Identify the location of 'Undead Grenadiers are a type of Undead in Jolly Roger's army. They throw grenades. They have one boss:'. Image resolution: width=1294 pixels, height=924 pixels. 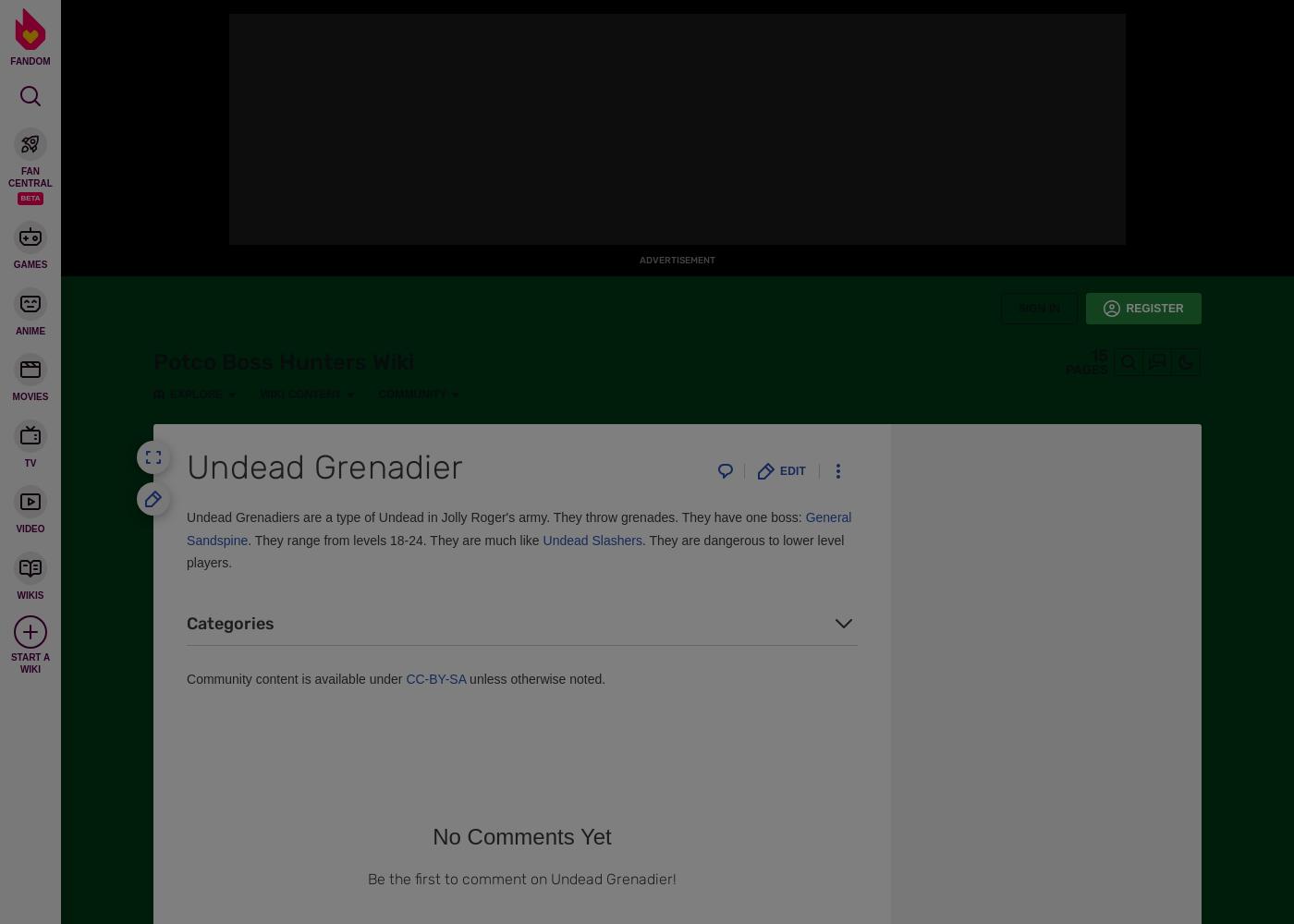
(495, 517).